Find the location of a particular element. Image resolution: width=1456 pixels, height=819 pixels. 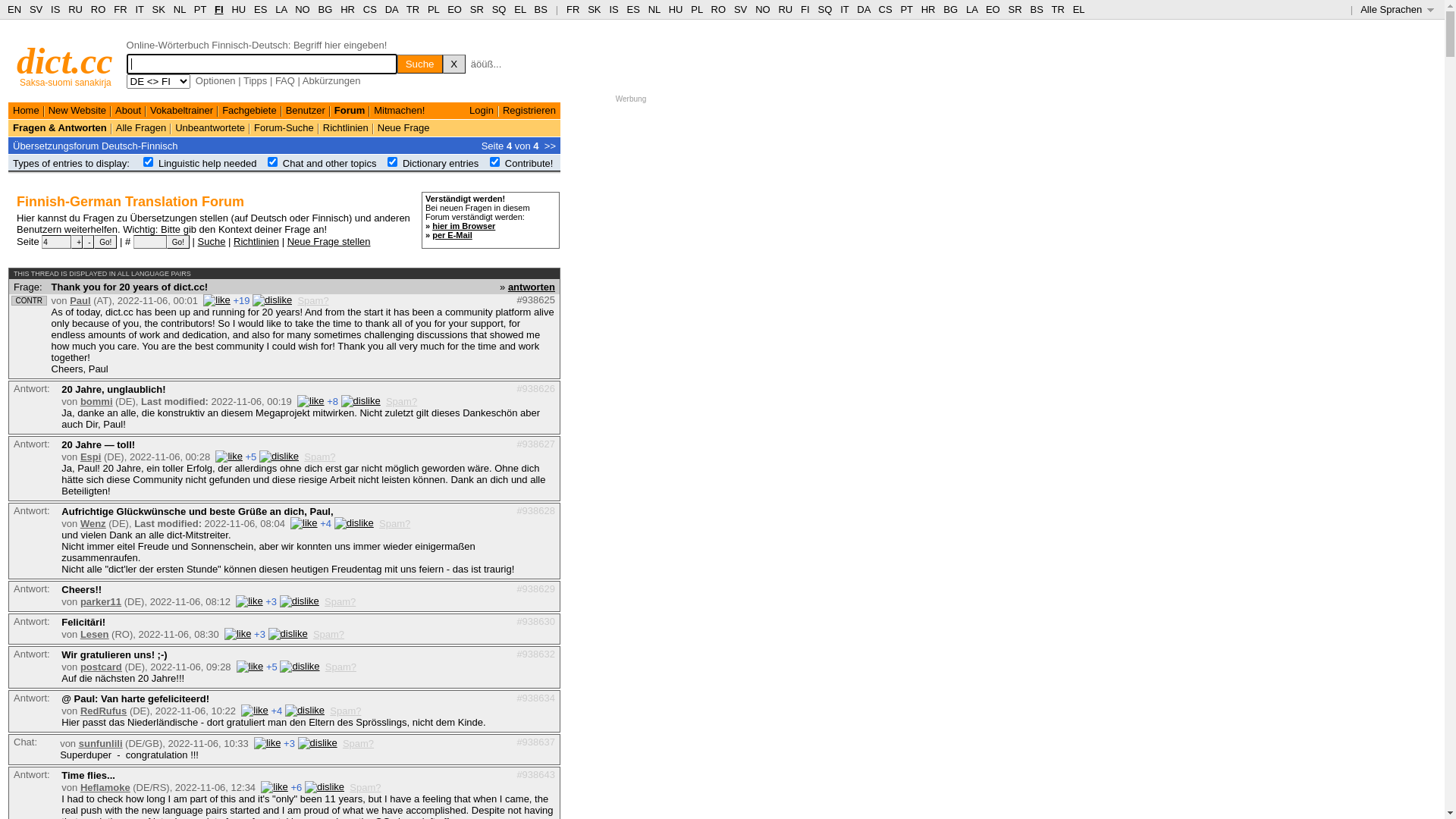

'Unbeantwortete' is located at coordinates (174, 127).